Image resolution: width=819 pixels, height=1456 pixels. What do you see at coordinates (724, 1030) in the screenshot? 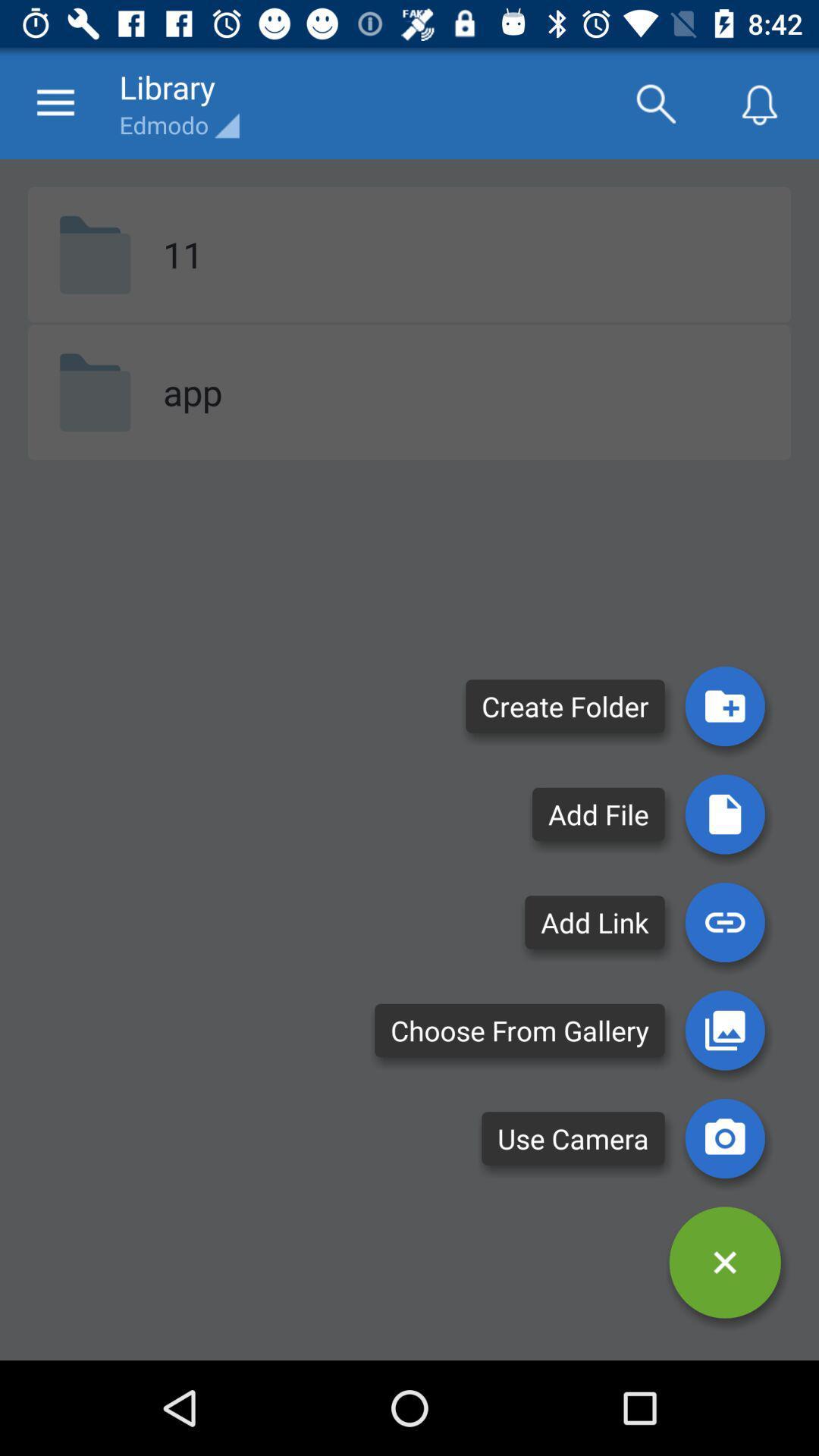
I see `the wallpaper icon` at bounding box center [724, 1030].